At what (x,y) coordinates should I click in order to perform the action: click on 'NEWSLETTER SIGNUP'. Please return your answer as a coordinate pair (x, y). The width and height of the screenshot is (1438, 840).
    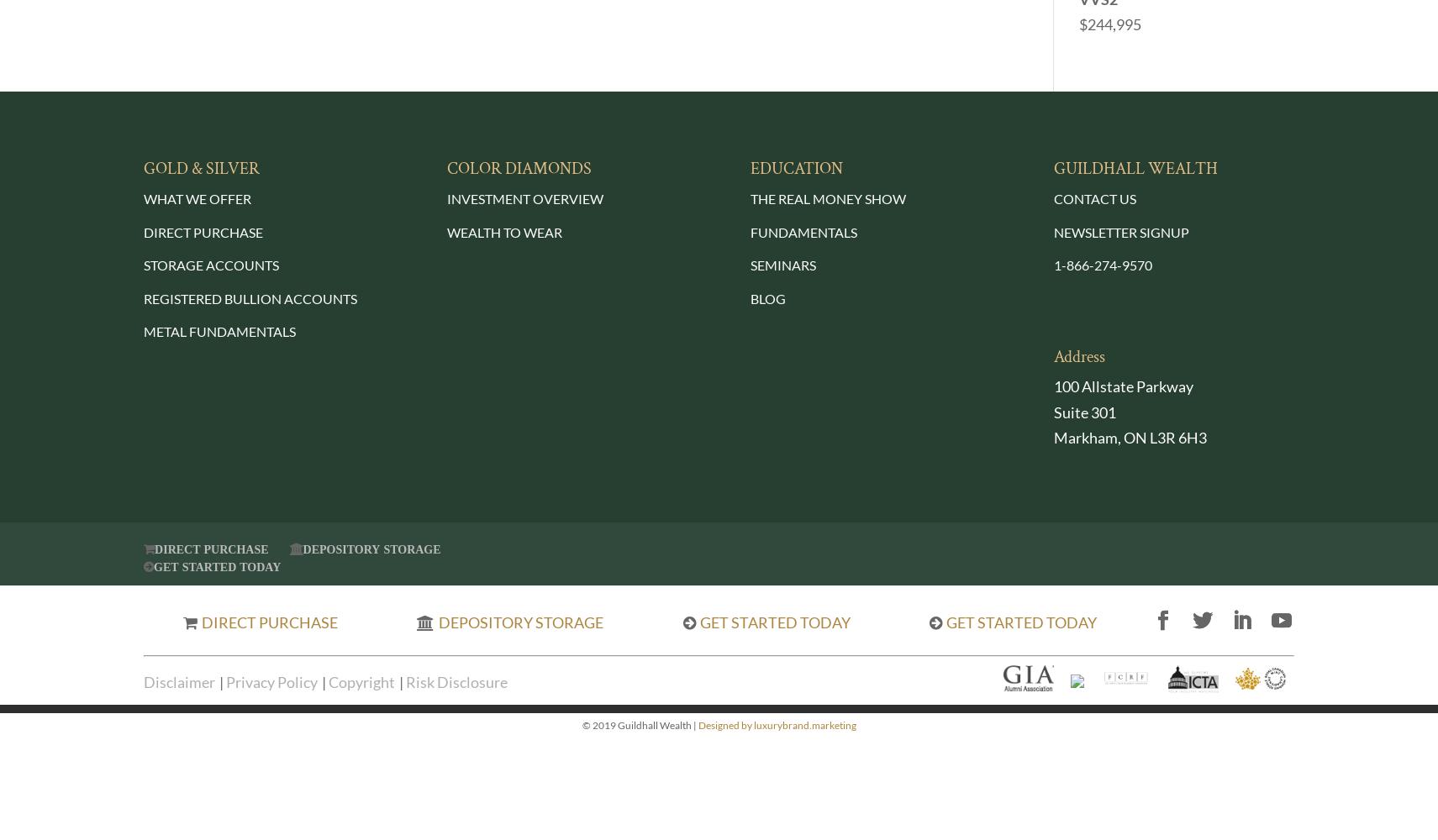
    Looking at the image, I should click on (1120, 231).